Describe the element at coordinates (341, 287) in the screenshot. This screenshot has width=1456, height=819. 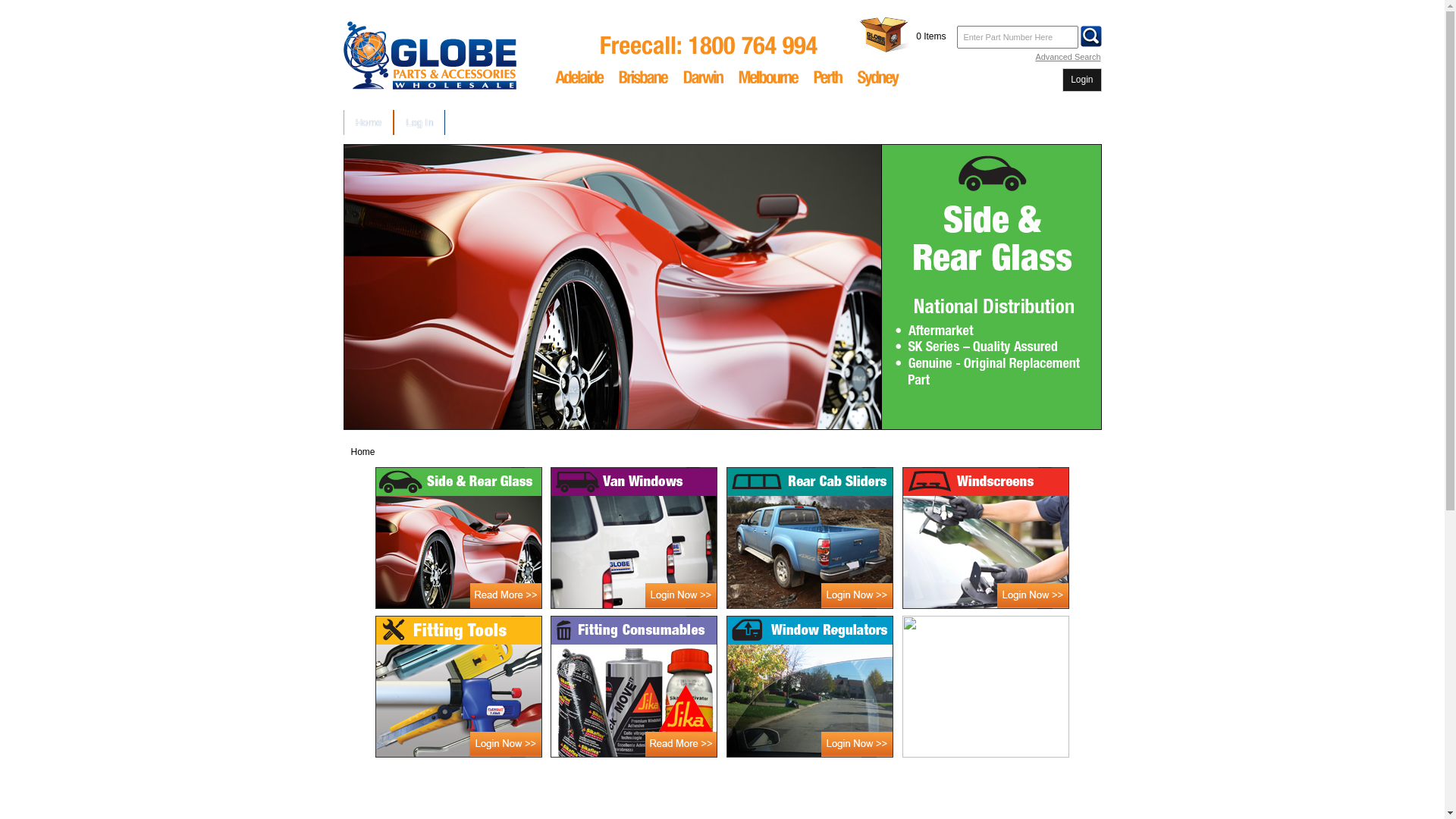
I see `' 2014 - RED CAR SIDE AND REAR '` at that location.